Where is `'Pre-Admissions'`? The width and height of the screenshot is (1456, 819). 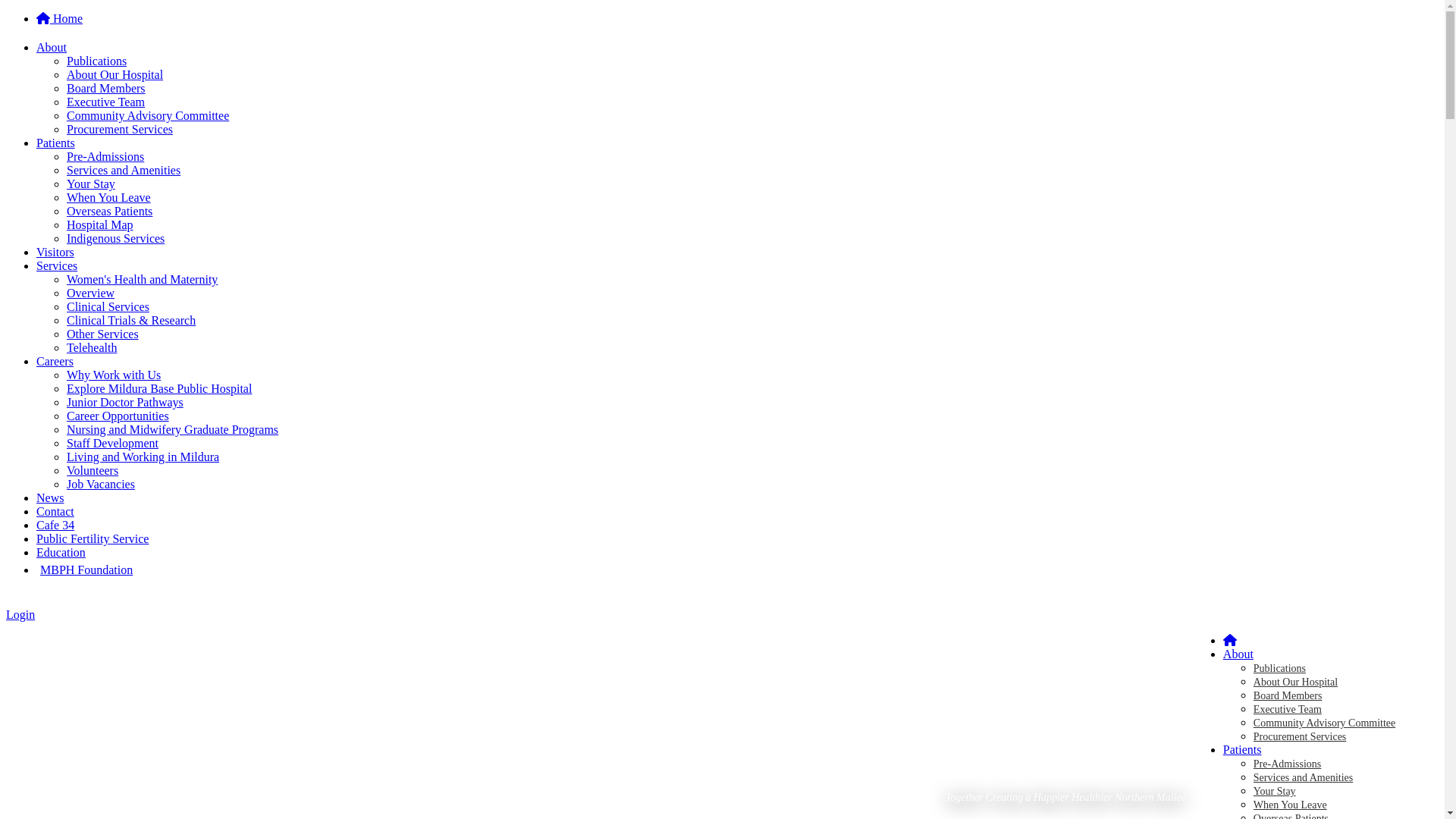
'Pre-Admissions' is located at coordinates (1286, 764).